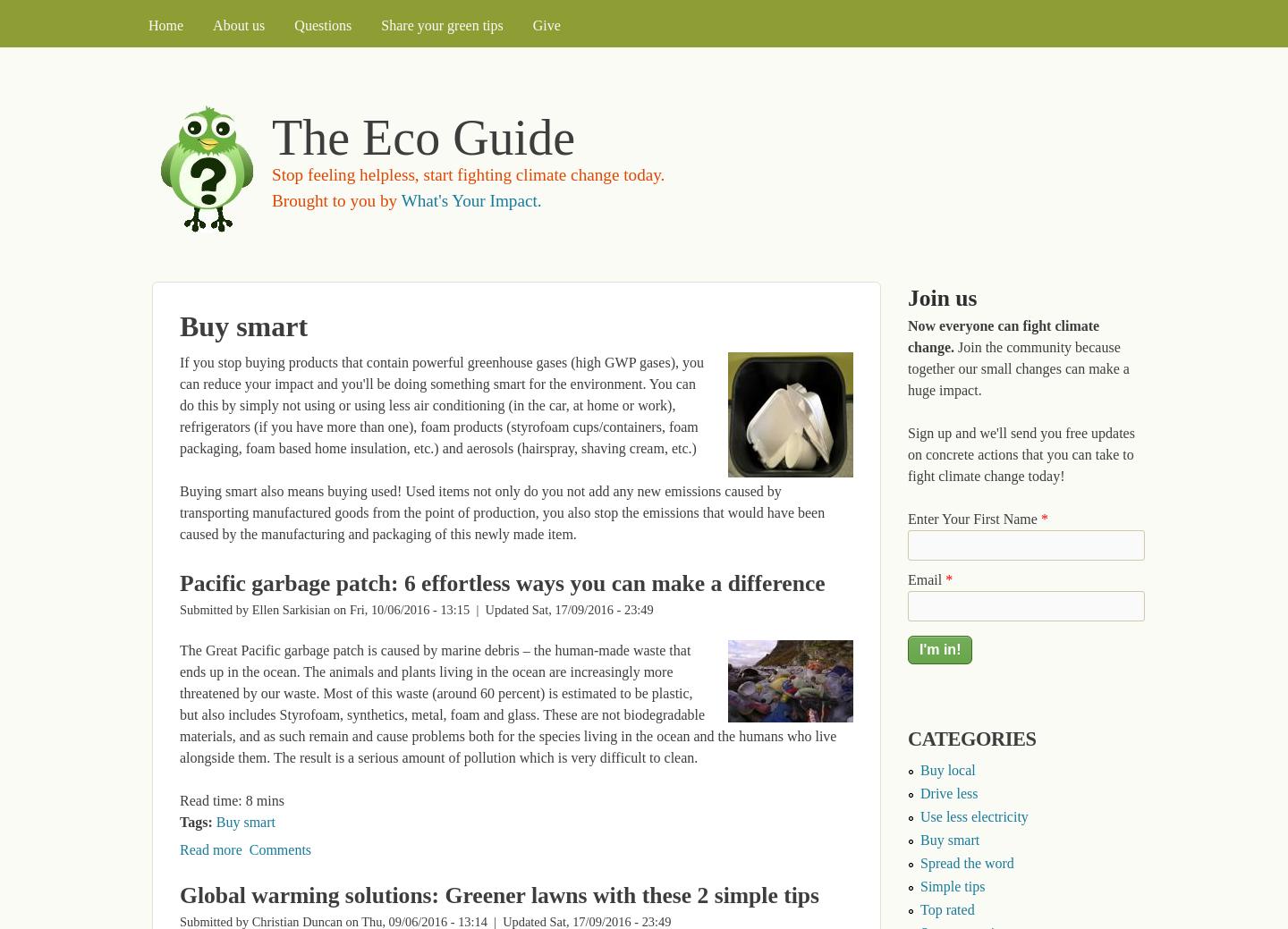 This screenshot has height=929, width=1288. Describe the element at coordinates (467, 173) in the screenshot. I see `'Stop feeling helpless, start fighting climate change today.'` at that location.